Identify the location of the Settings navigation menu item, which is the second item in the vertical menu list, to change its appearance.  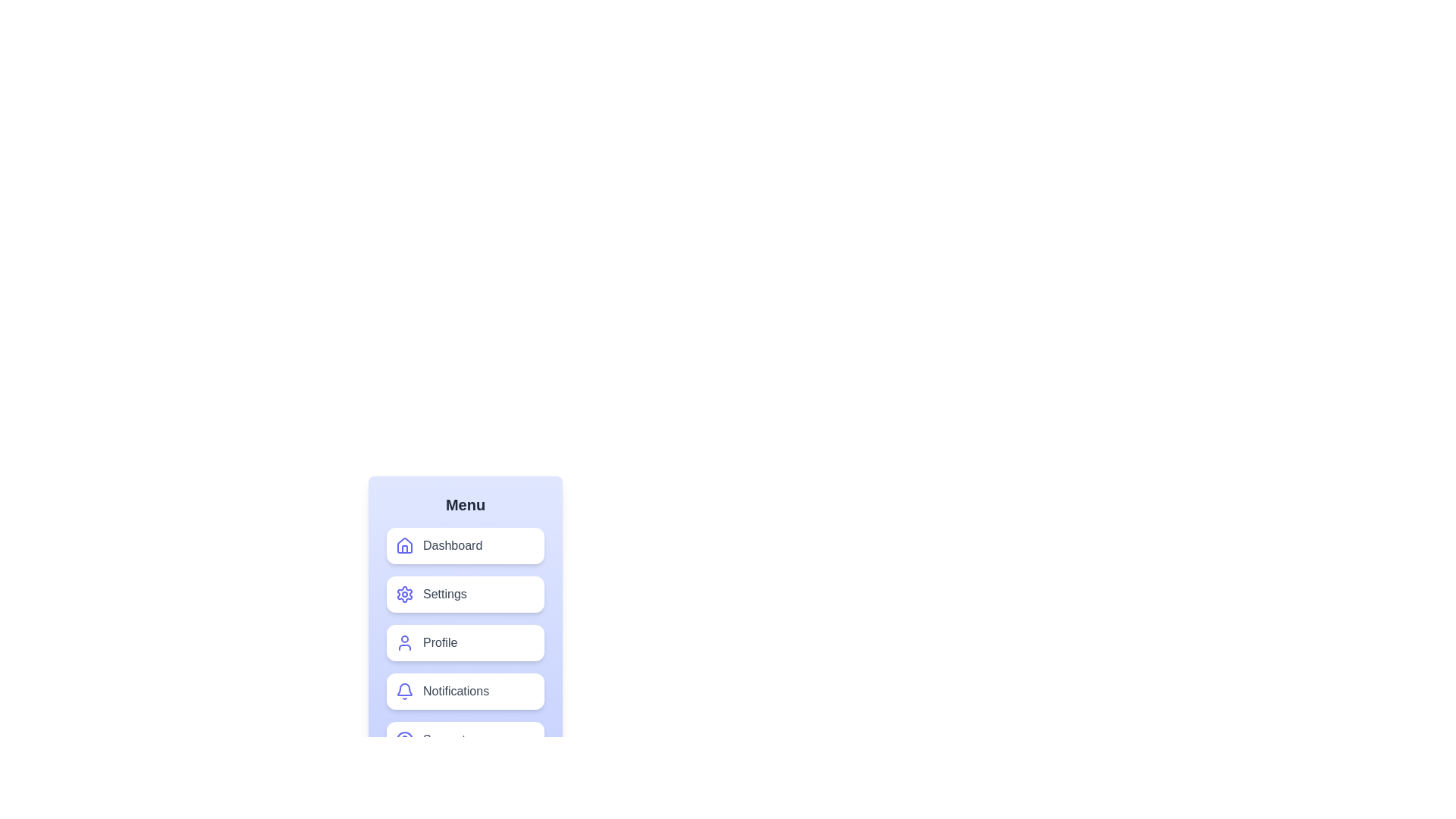
(465, 593).